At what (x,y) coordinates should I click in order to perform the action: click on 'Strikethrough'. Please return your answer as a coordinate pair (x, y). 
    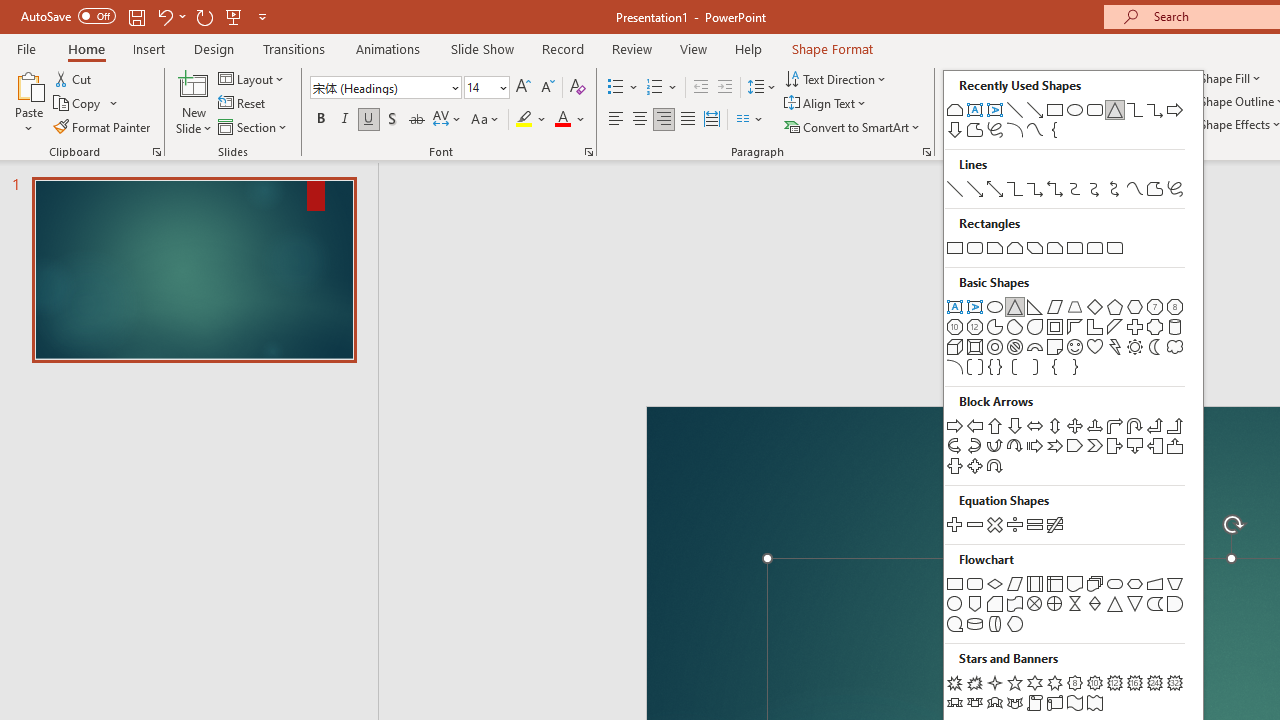
    Looking at the image, I should click on (415, 119).